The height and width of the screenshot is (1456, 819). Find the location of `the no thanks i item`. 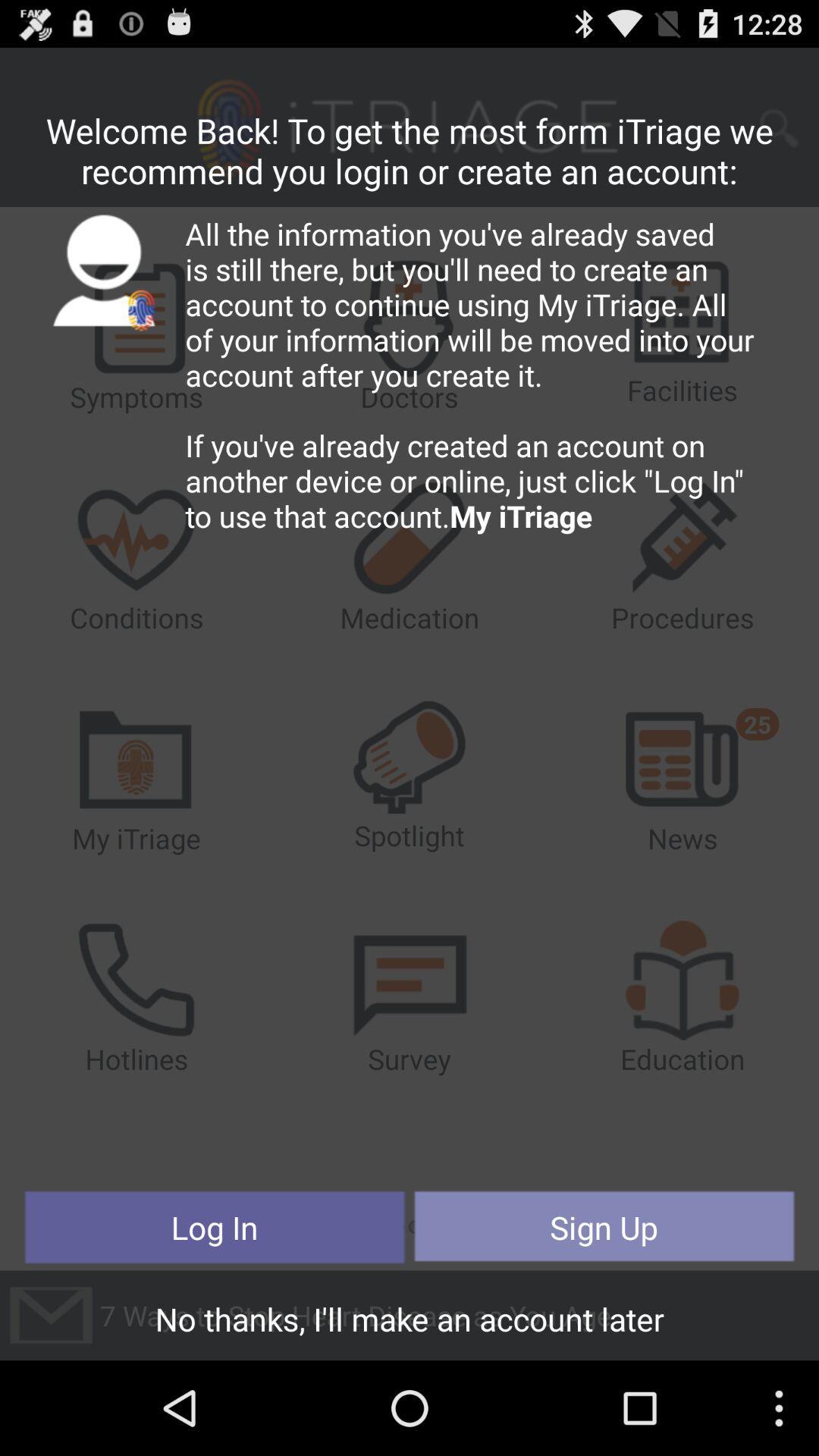

the no thanks i item is located at coordinates (409, 1323).